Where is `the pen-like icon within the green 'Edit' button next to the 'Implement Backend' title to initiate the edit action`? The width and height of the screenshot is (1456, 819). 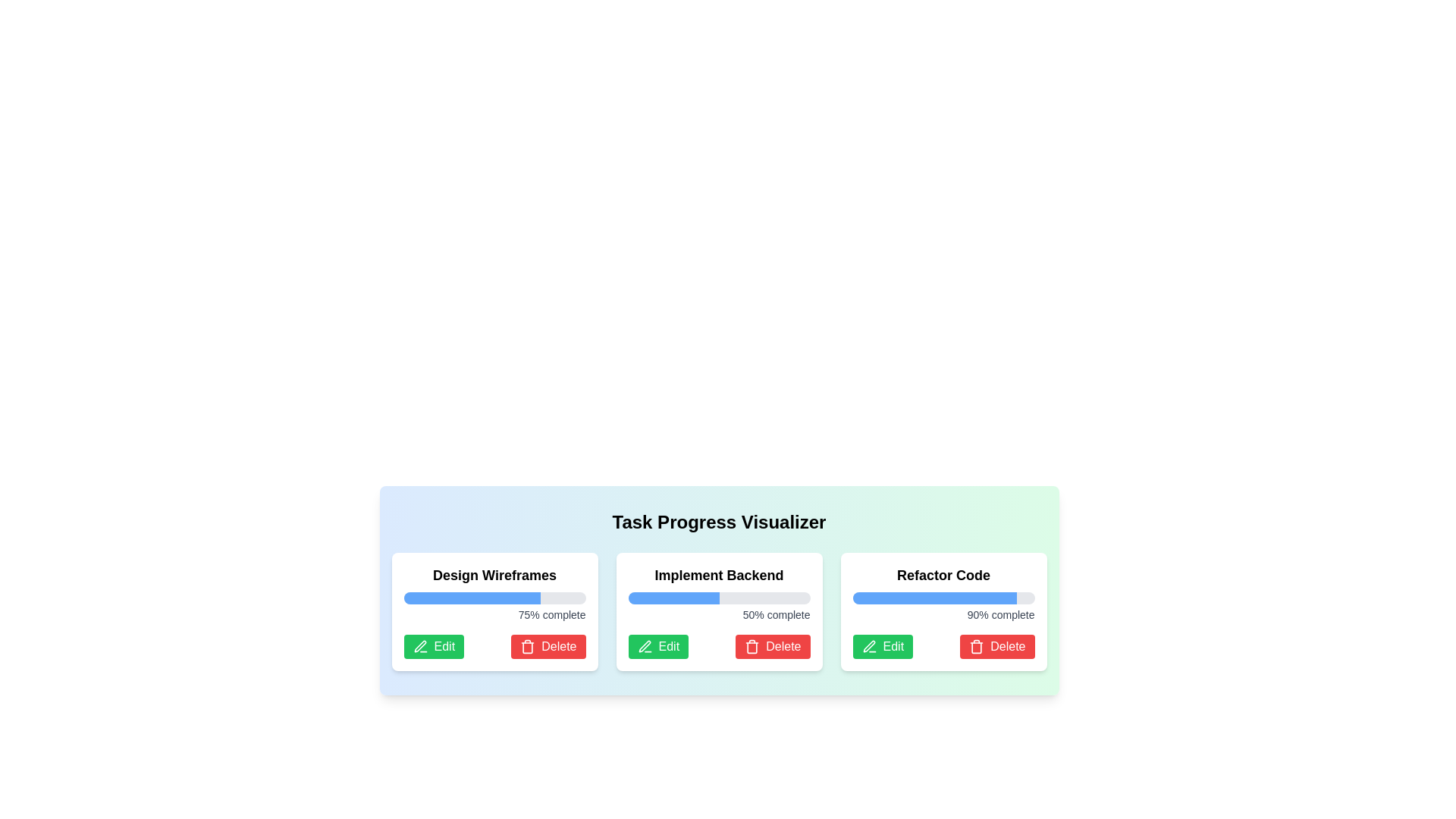
the pen-like icon within the green 'Edit' button next to the 'Implement Backend' title to initiate the edit action is located at coordinates (644, 646).